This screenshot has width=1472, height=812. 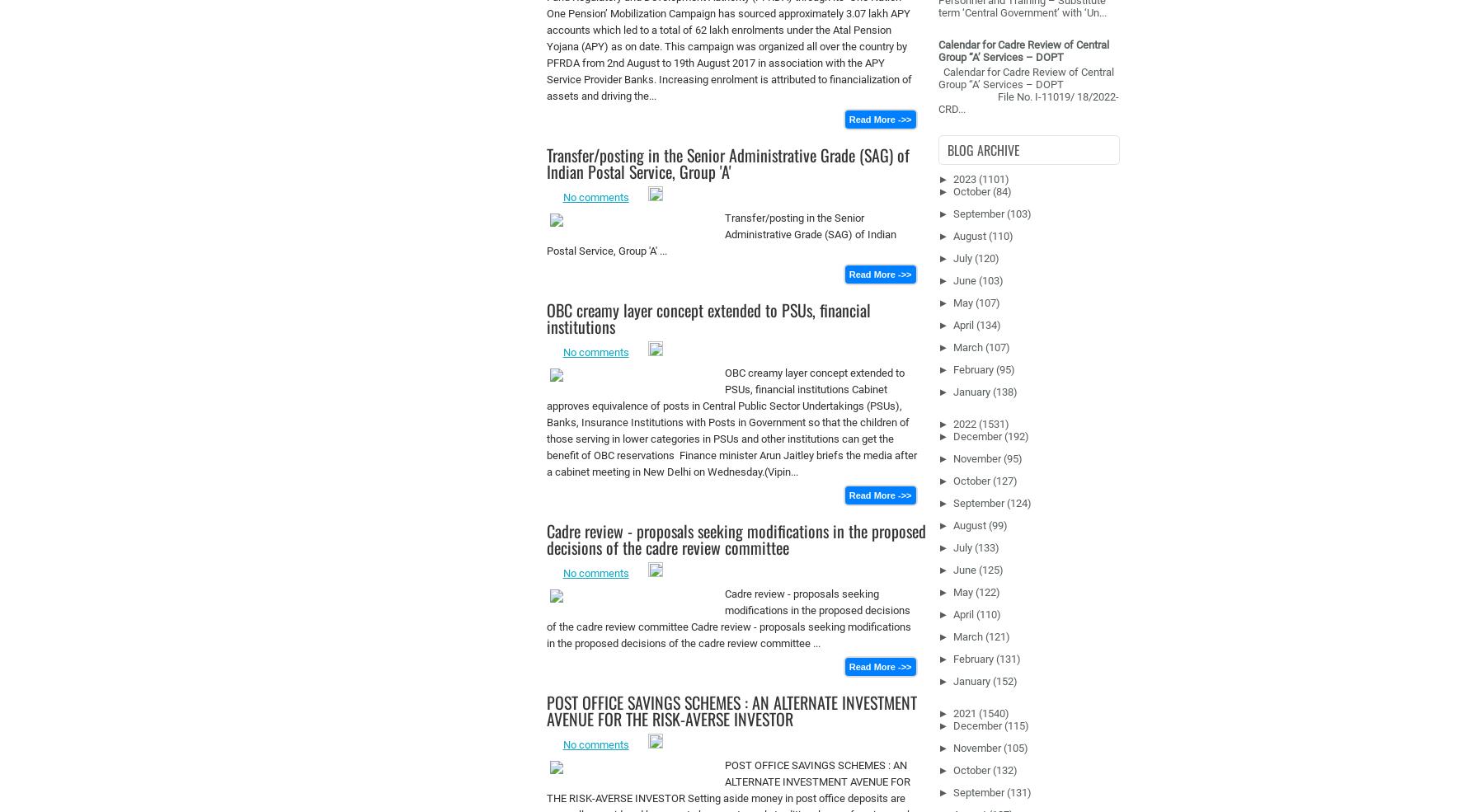 I want to click on 'OBC creamy layer concept extended to PSUs, financial institutions




Cabinet approves equivalence of posts in Central Public Sector Undertakings (PSUs), Banks, Insurance Institutions with Posts in Government so that the children of those serving in lower categories in PSUs and other institutions can get the benefit of OBC reservations 






Finance minister Arun Jaitley briefs the media after a cabinet meeting in New Delhi on Wednesday.(Vipin...', so click(x=731, y=422).